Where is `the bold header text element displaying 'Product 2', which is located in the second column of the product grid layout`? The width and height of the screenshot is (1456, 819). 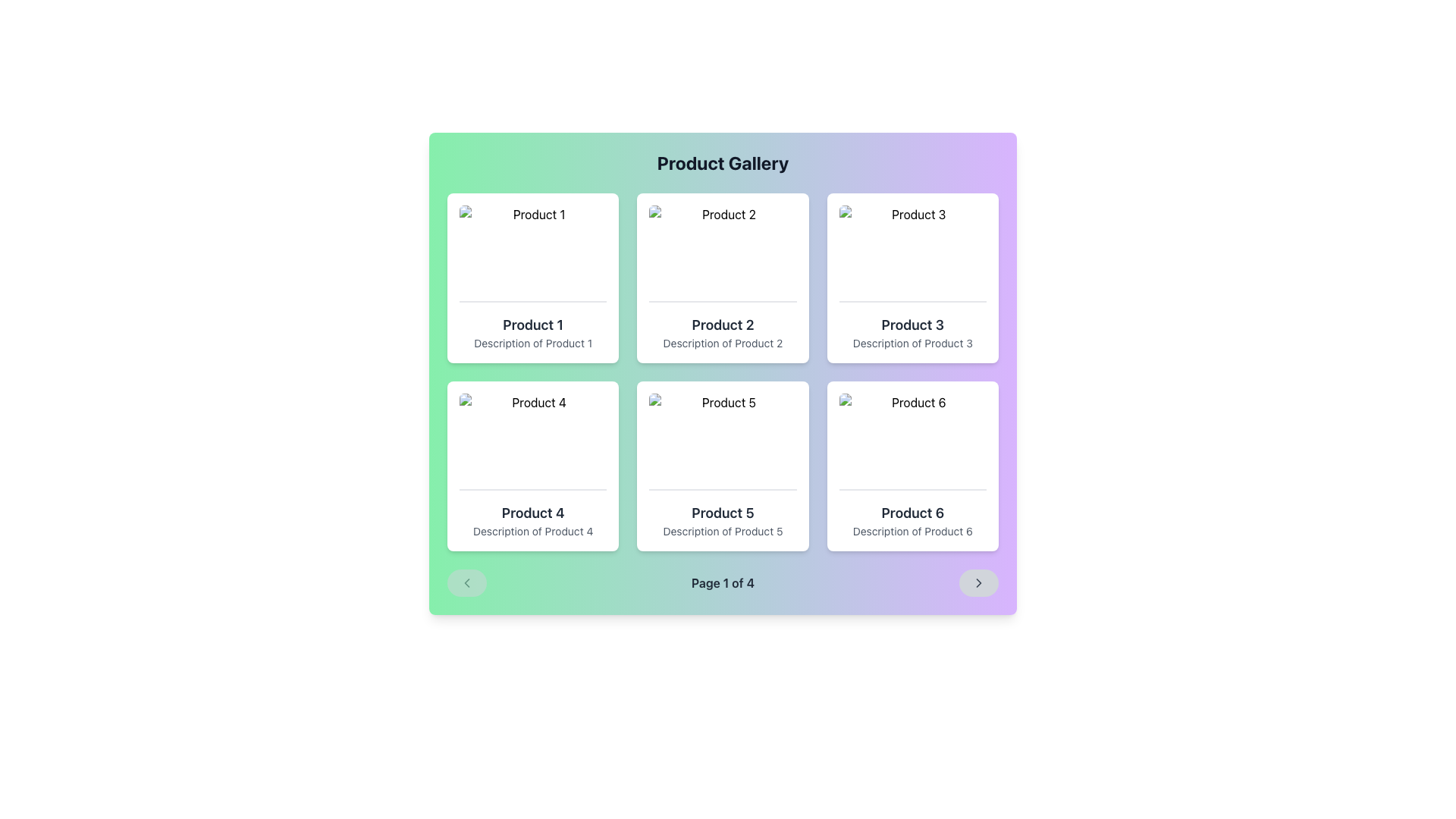 the bold header text element displaying 'Product 2', which is located in the second column of the product grid layout is located at coordinates (722, 324).